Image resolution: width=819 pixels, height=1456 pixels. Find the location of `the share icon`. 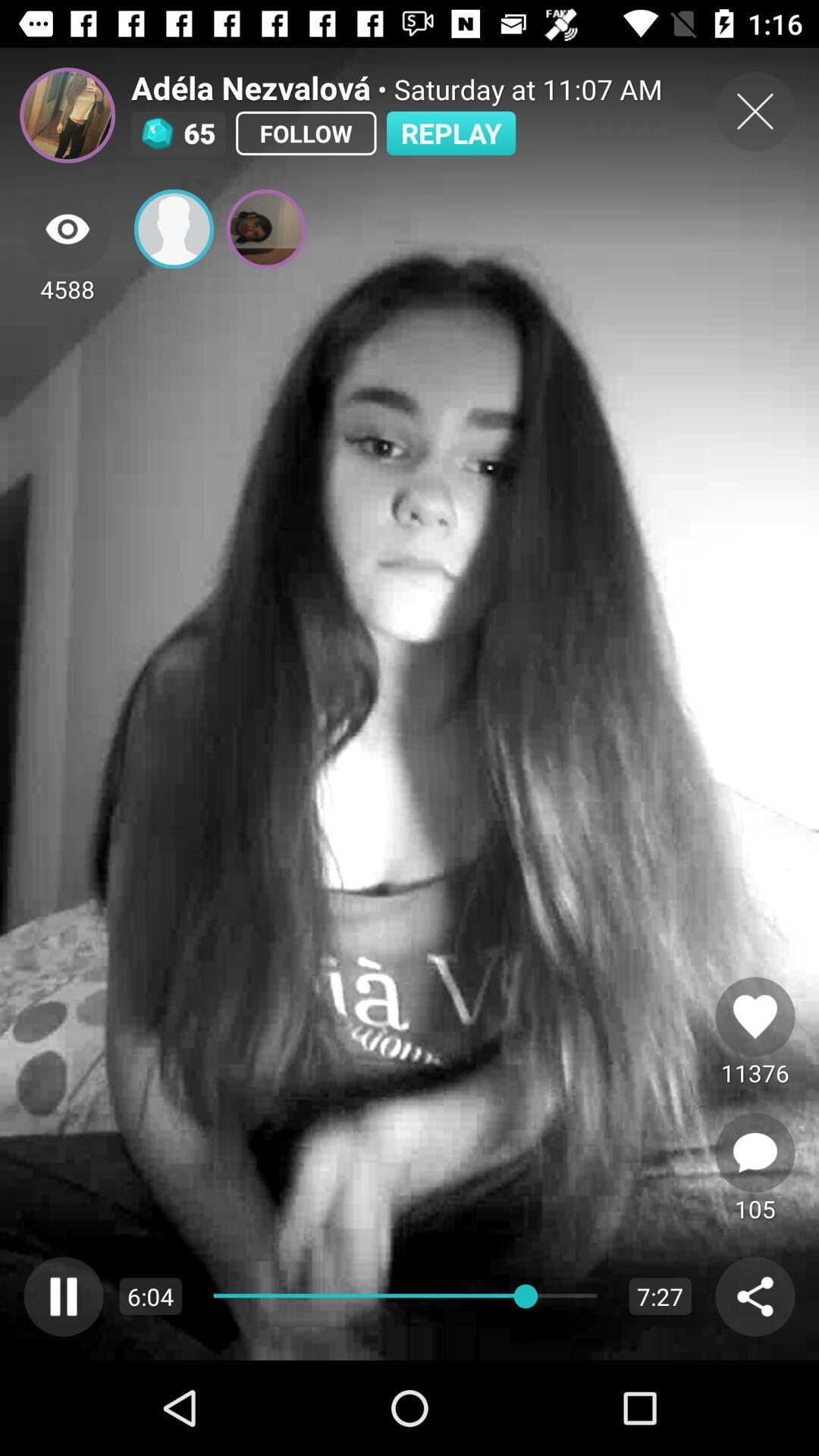

the share icon is located at coordinates (755, 1295).